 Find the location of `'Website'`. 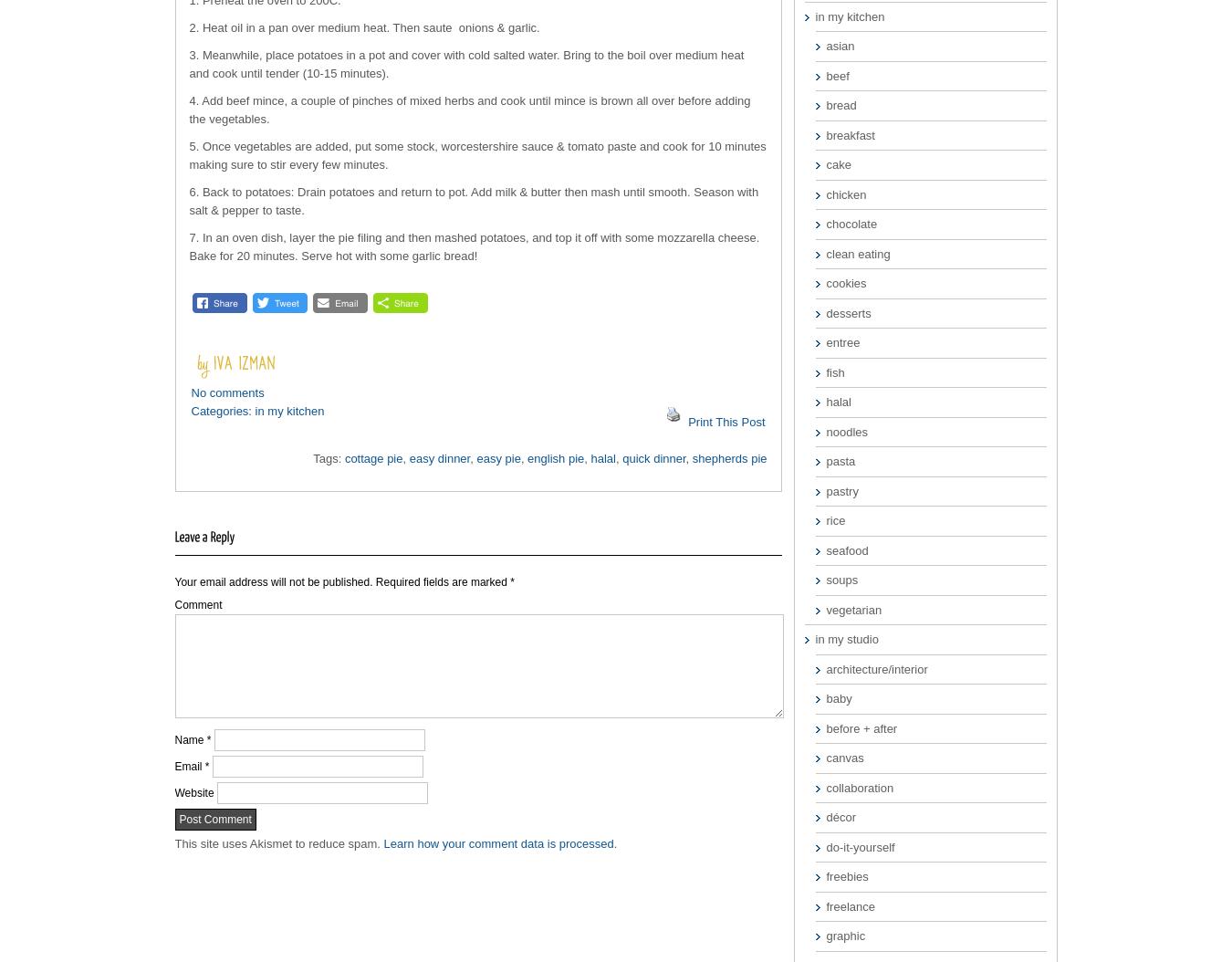

'Website' is located at coordinates (193, 791).